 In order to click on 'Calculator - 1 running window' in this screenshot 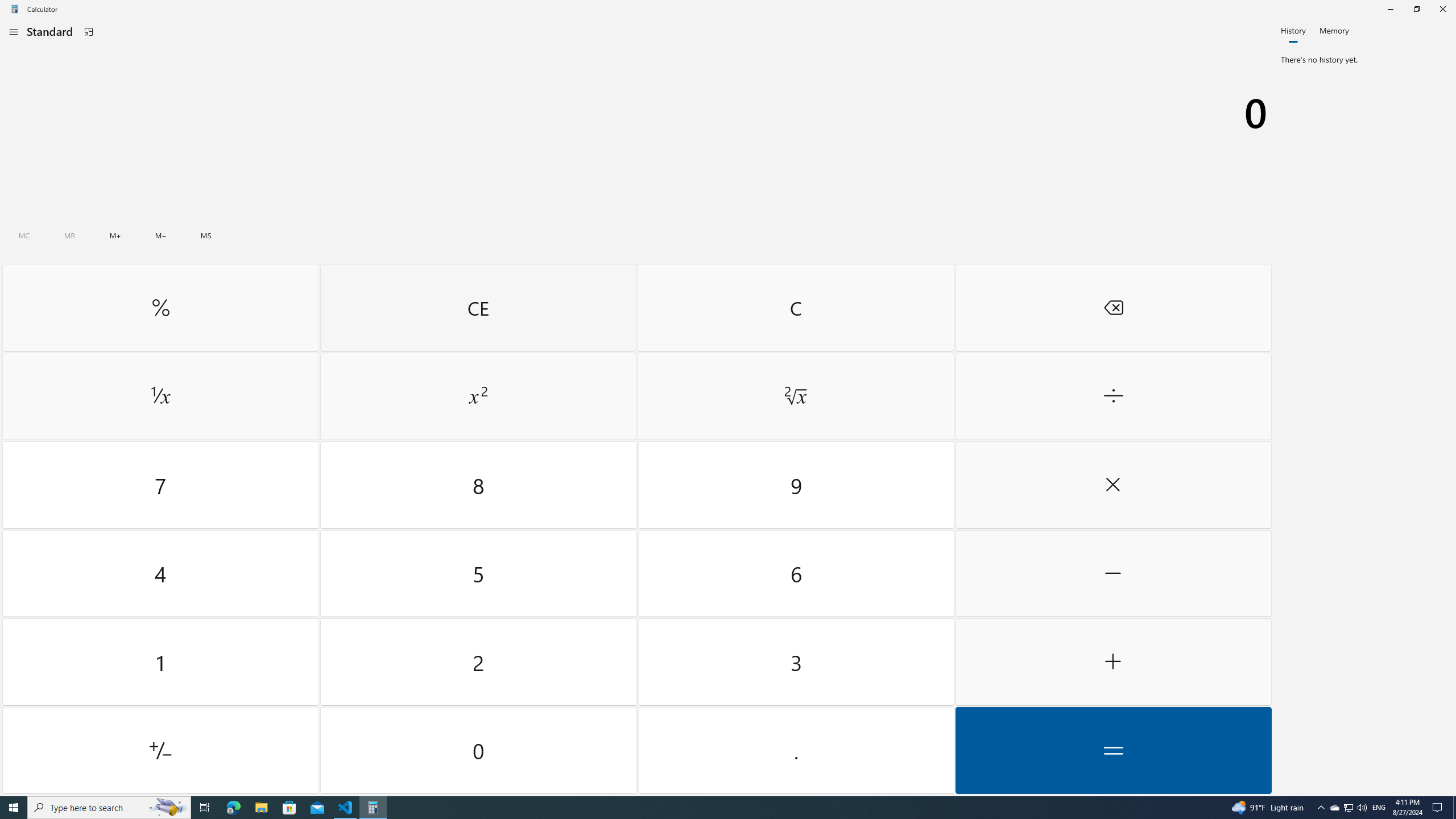, I will do `click(373, 806)`.